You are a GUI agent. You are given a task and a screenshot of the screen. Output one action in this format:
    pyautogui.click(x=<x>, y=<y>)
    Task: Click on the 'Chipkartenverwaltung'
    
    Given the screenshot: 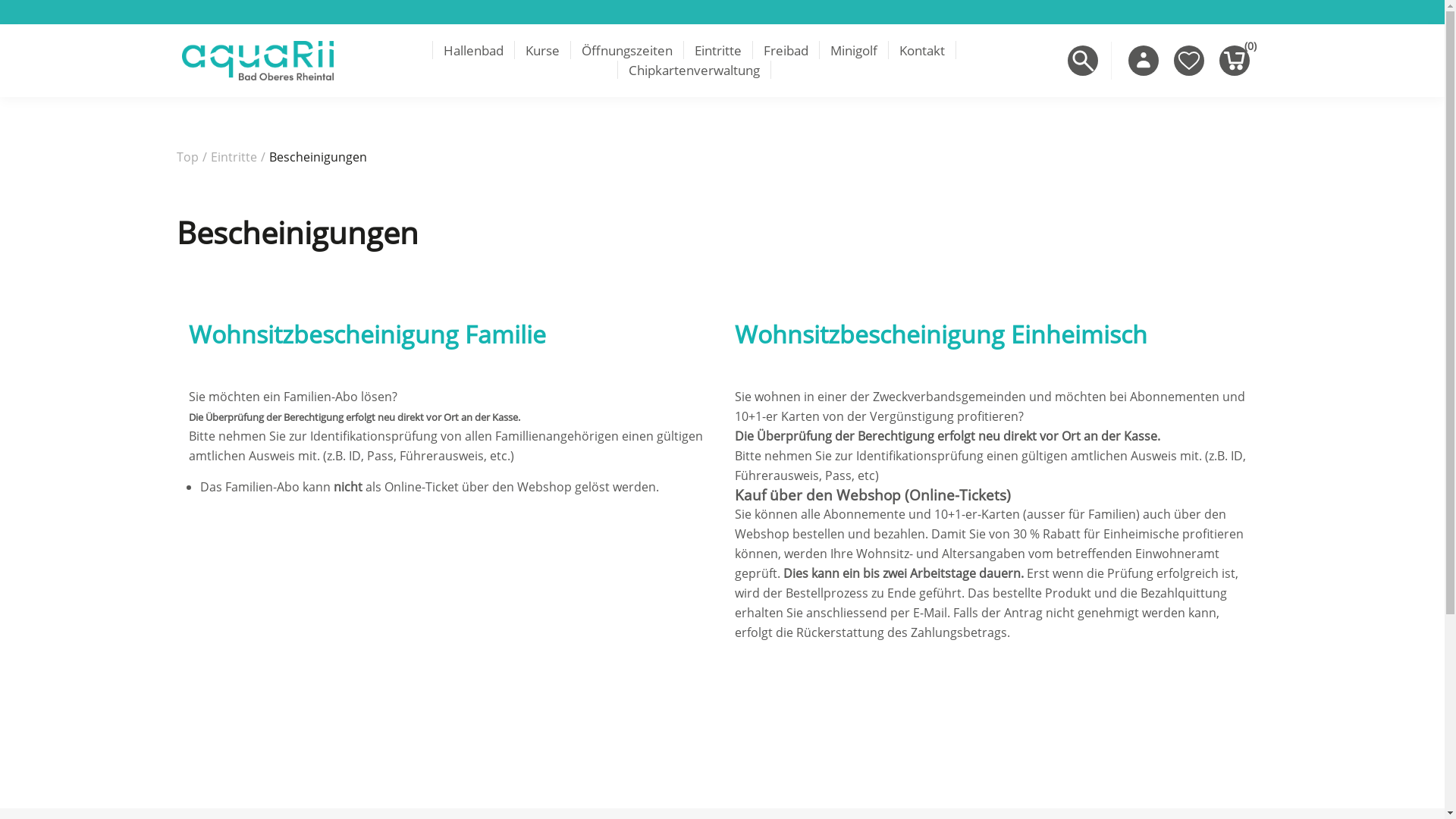 What is the action you would take?
    pyautogui.click(x=693, y=70)
    